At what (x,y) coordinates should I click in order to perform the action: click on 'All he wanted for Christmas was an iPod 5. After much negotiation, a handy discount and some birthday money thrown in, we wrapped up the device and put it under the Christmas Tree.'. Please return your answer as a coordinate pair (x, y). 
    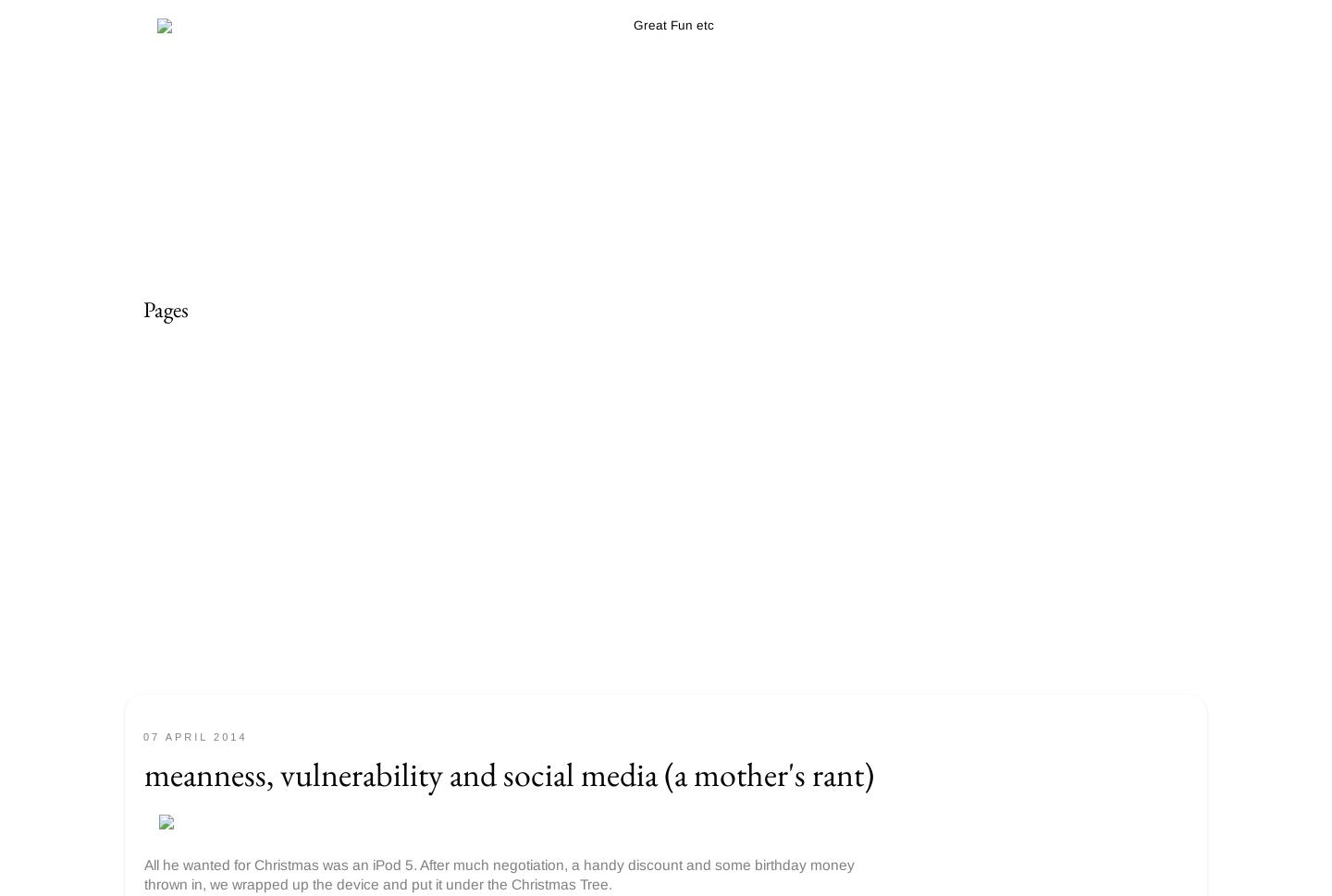
    Looking at the image, I should click on (499, 873).